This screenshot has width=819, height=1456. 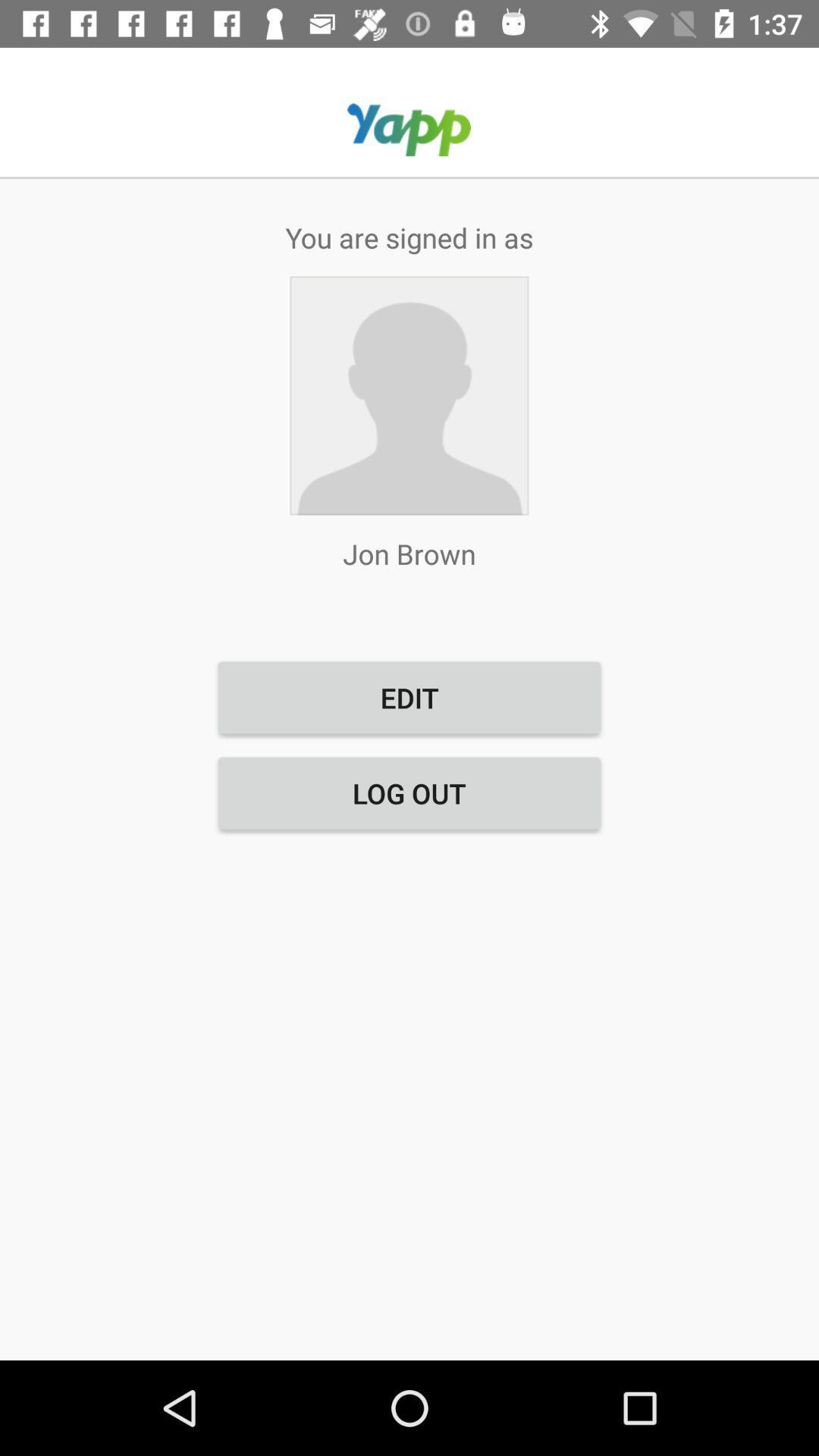 What do you see at coordinates (409, 697) in the screenshot?
I see `the edit icon` at bounding box center [409, 697].